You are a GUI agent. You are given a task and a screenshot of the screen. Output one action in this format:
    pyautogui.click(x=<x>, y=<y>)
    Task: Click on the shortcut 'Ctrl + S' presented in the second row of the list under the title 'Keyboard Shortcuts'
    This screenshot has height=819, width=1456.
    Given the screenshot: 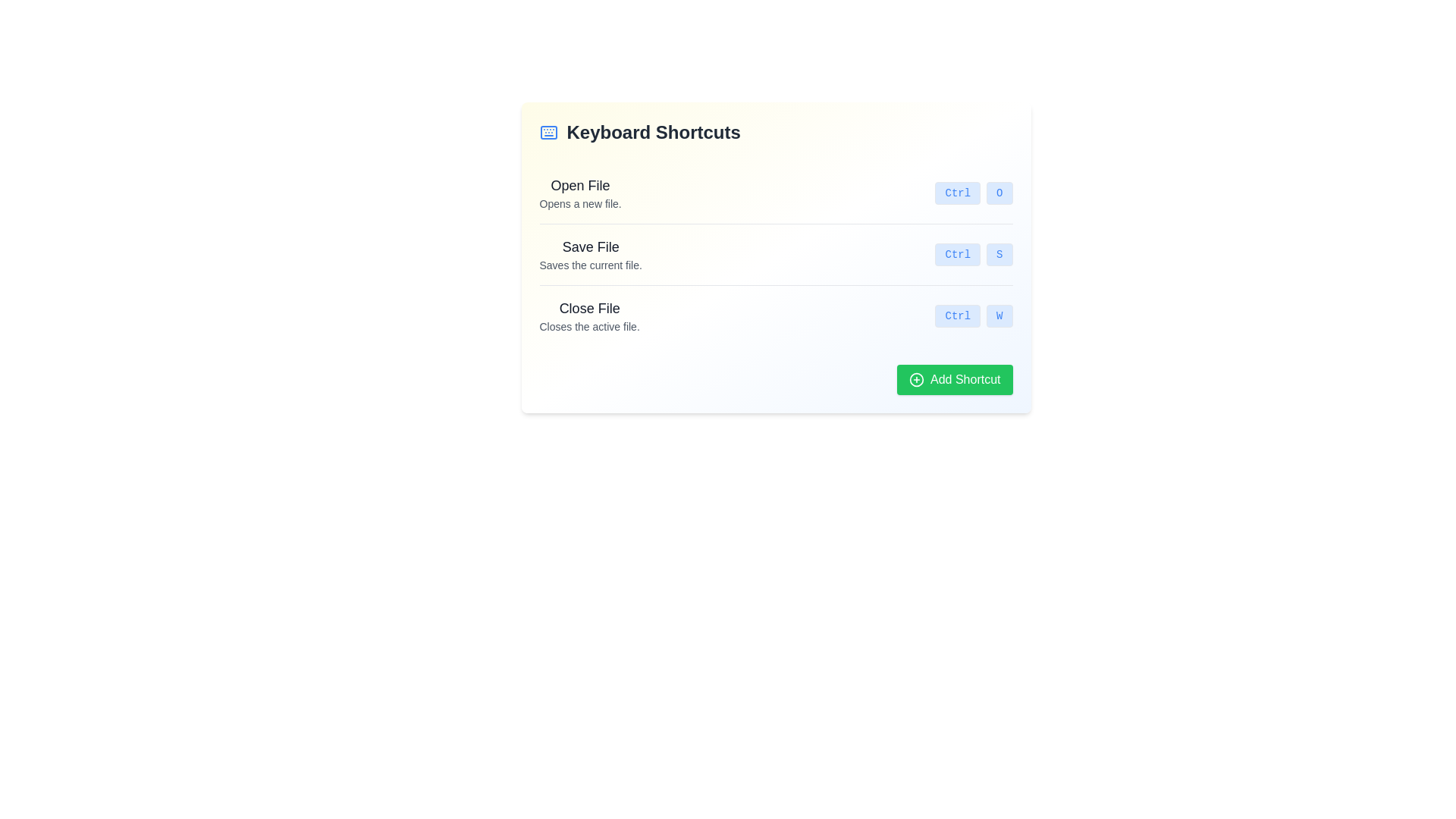 What is the action you would take?
    pyautogui.click(x=776, y=253)
    